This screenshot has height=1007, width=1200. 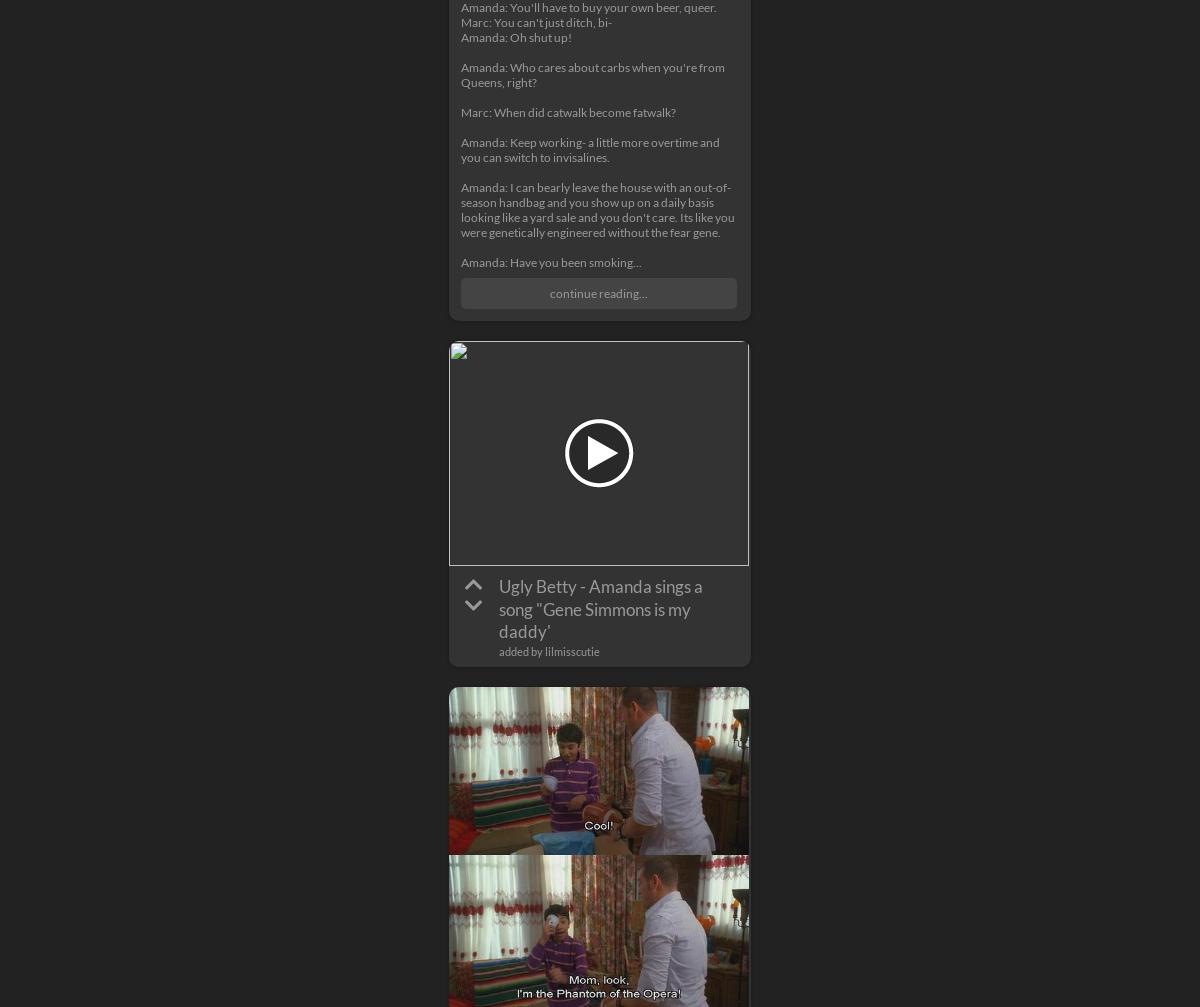 What do you see at coordinates (550, 262) in the screenshot?
I see `'Amanda: Have you been smoking...'` at bounding box center [550, 262].